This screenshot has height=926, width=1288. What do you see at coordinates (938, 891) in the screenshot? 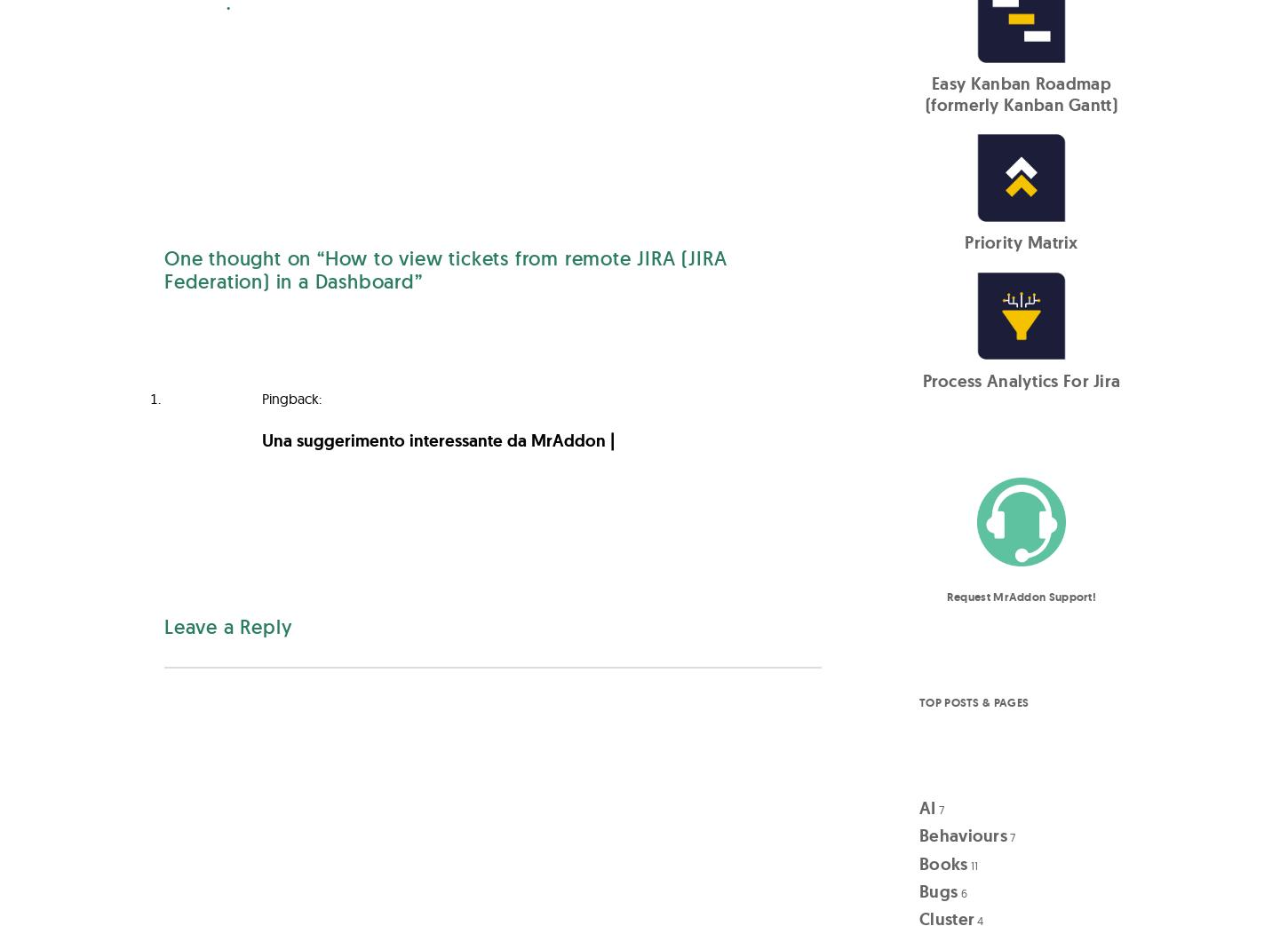
I see `'Bugs'` at bounding box center [938, 891].